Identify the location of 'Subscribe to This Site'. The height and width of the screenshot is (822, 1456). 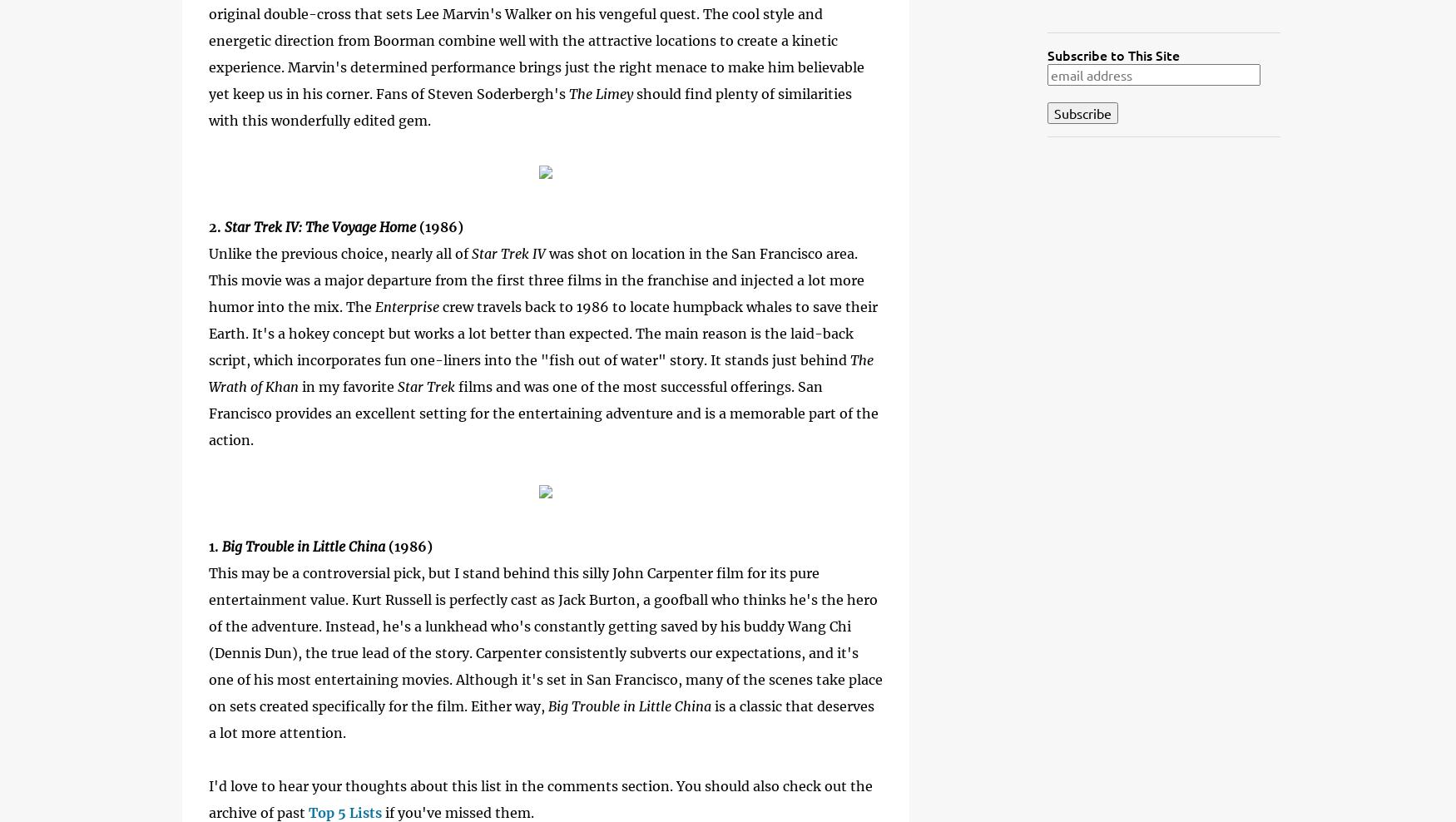
(1113, 54).